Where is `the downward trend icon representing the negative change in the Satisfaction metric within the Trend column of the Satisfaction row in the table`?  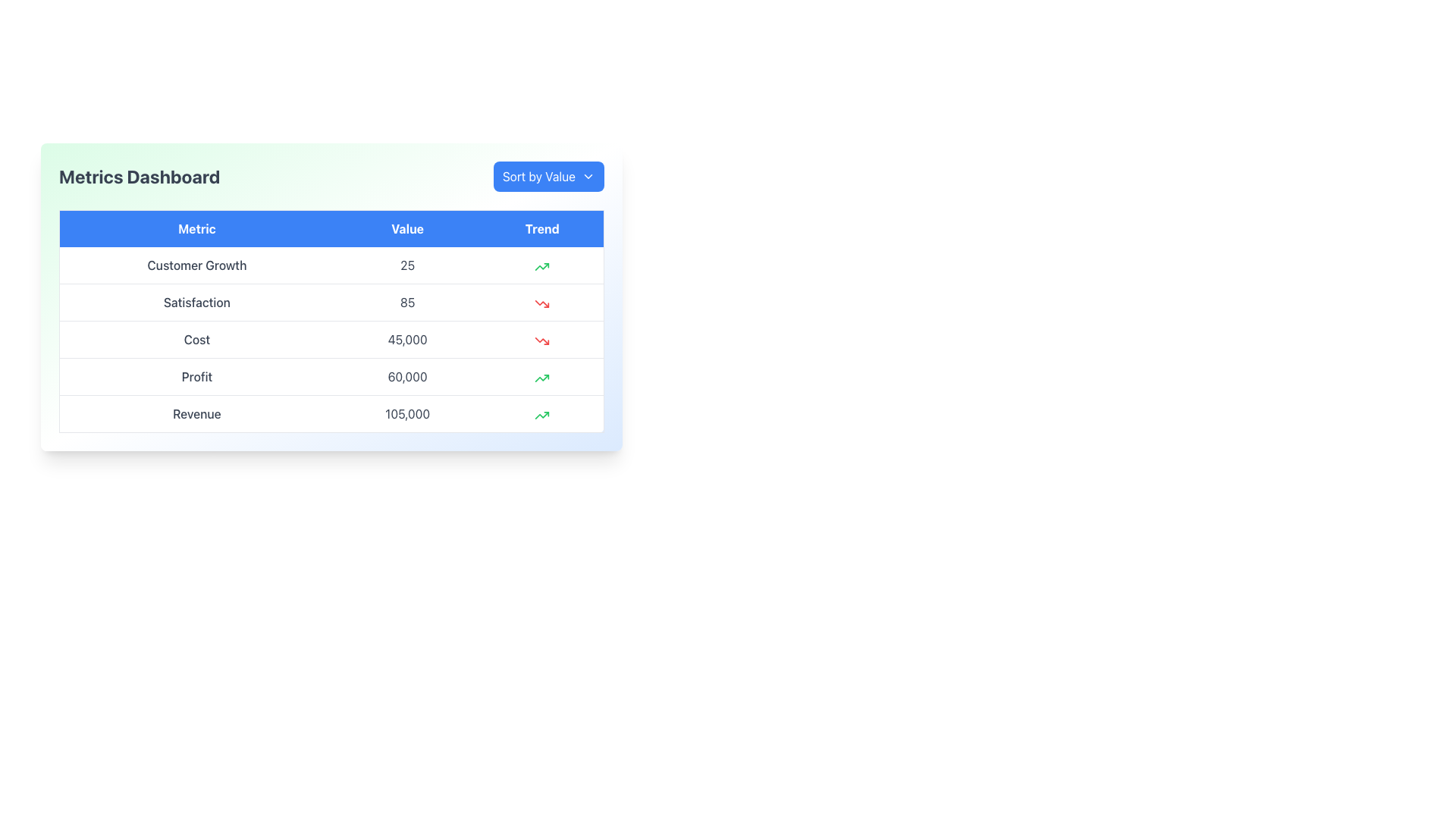 the downward trend icon representing the negative change in the Satisfaction metric within the Trend column of the Satisfaction row in the table is located at coordinates (542, 303).